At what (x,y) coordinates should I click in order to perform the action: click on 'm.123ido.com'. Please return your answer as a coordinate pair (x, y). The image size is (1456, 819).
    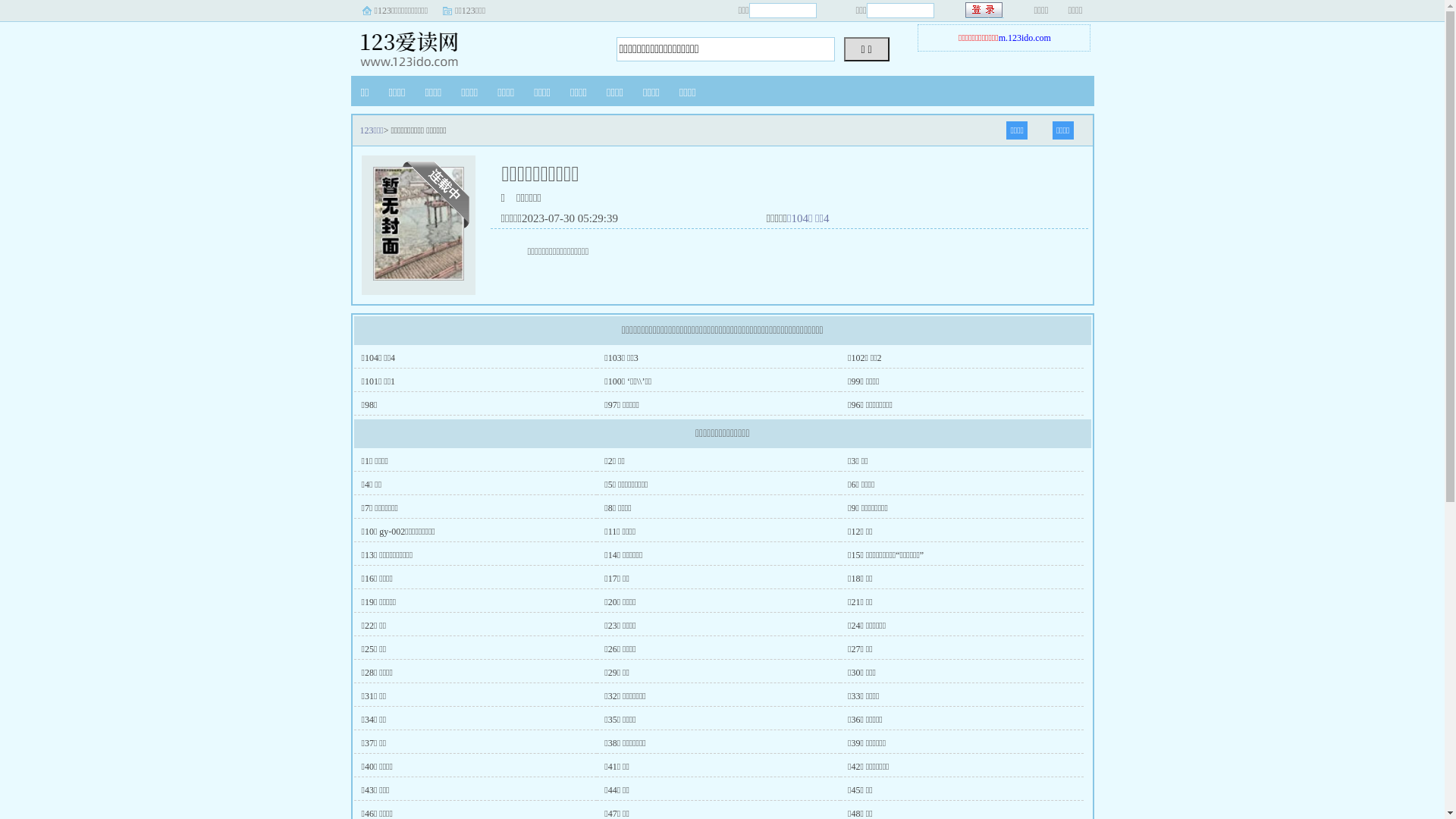
    Looking at the image, I should click on (1025, 37).